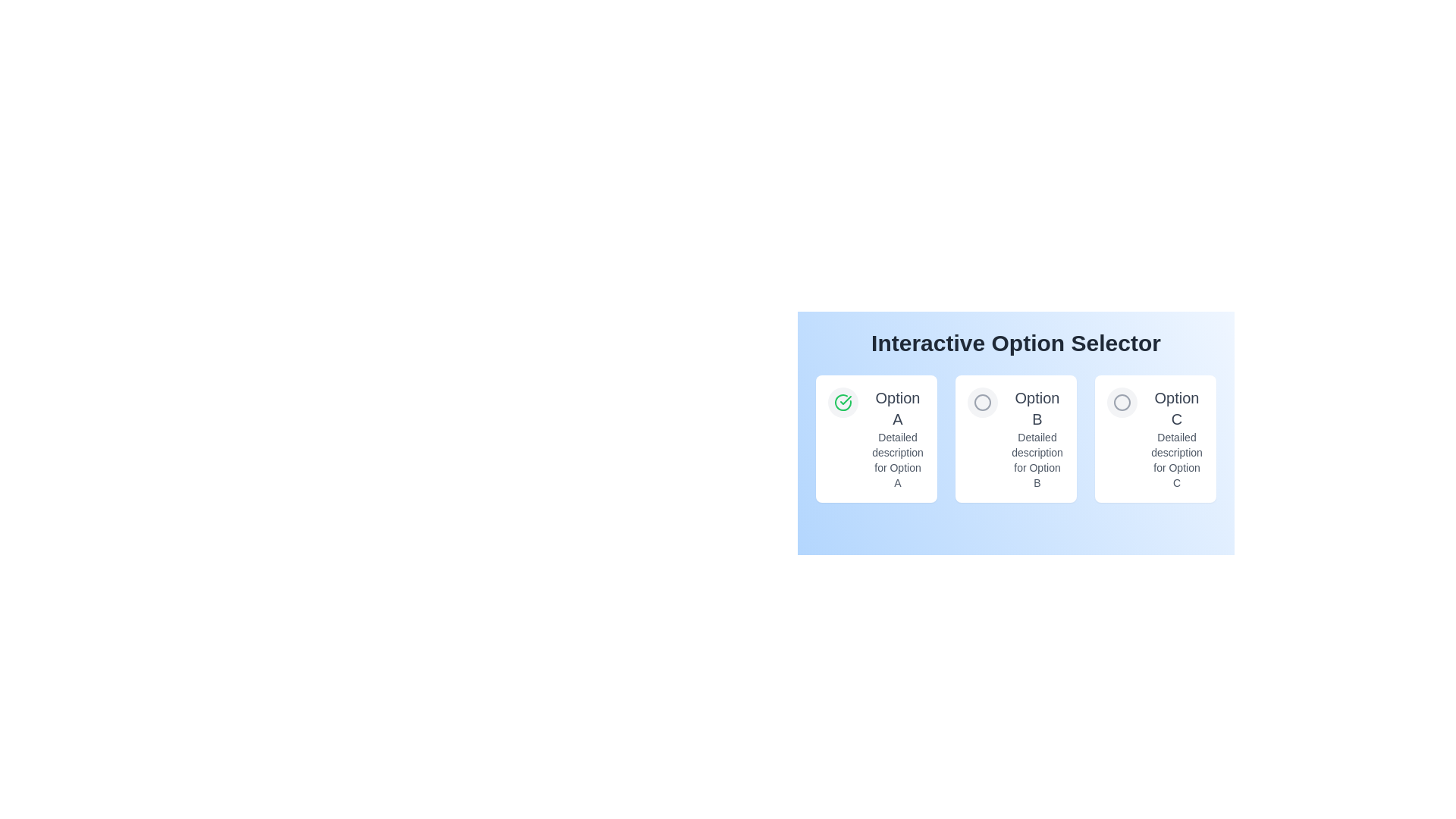 The width and height of the screenshot is (1456, 819). Describe the element at coordinates (1015, 424) in the screenshot. I see `the 'Option B' radio button card, which features the title 'Option B' and is positioned in the center of a grid layout, directly next to 'Option A' and 'Option C'` at that location.